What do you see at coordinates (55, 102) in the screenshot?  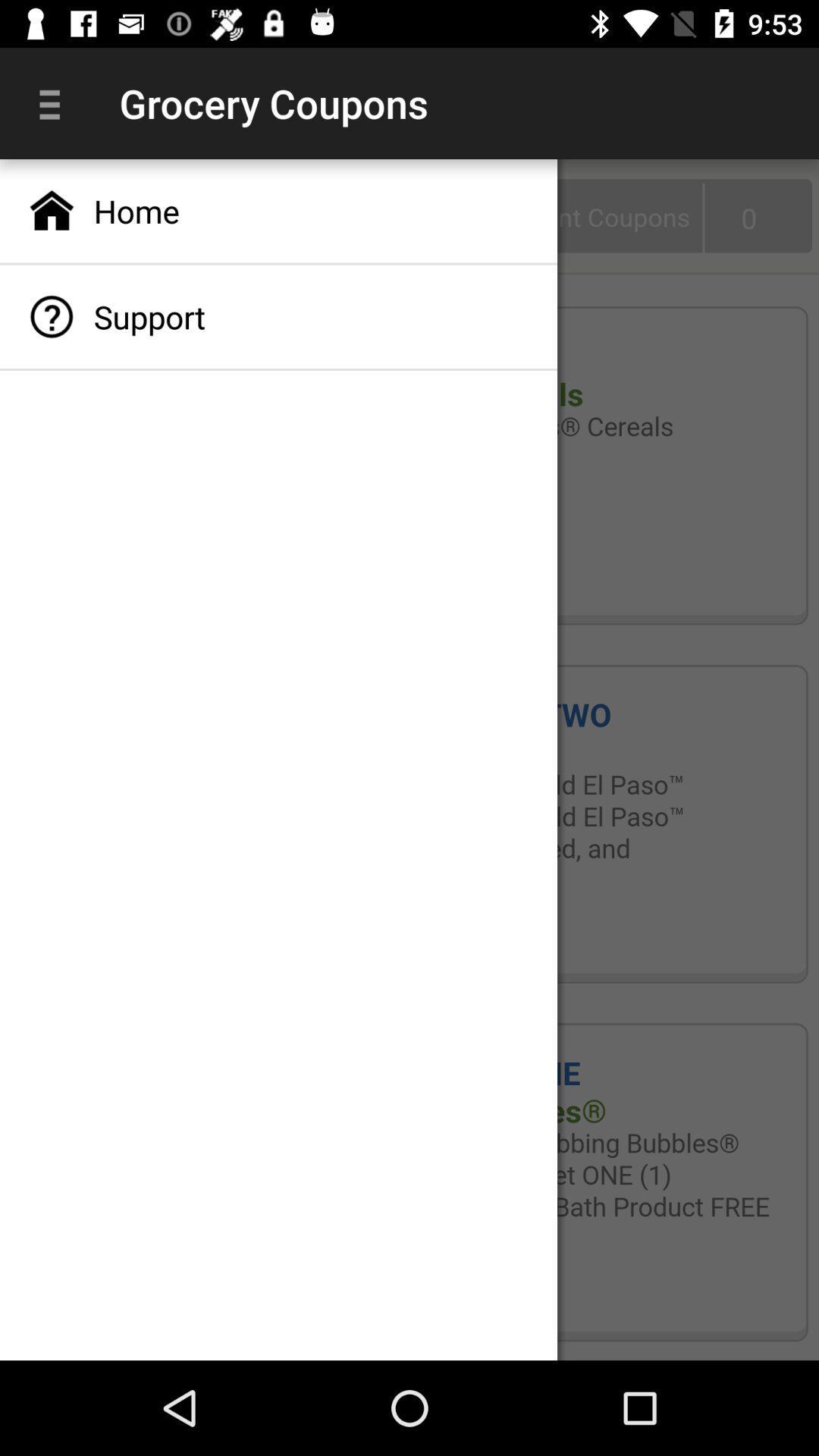 I see `the item next to grocery coupons` at bounding box center [55, 102].